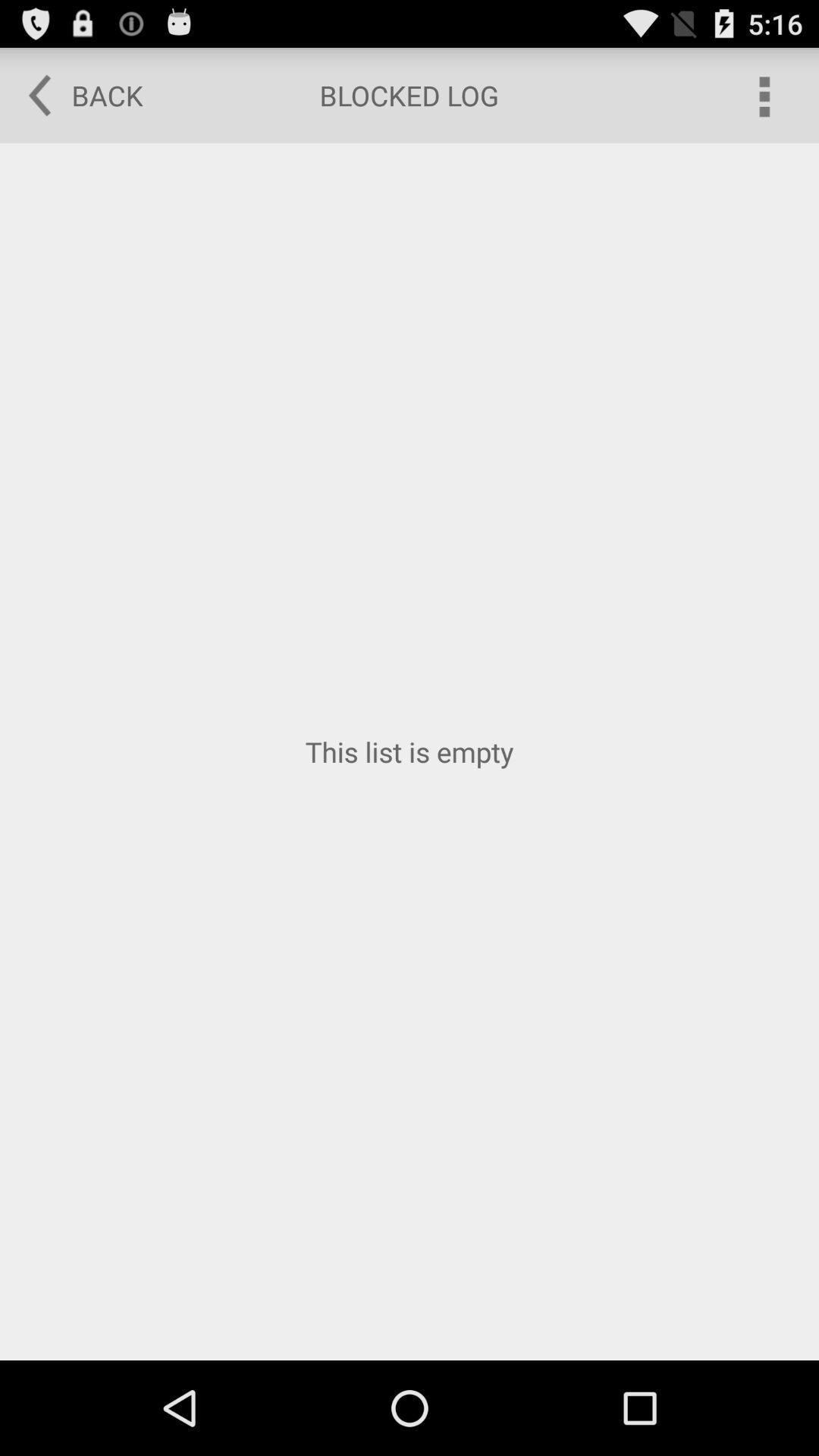 This screenshot has height=1456, width=819. I want to click on the app to the right of the blocked log app, so click(763, 94).